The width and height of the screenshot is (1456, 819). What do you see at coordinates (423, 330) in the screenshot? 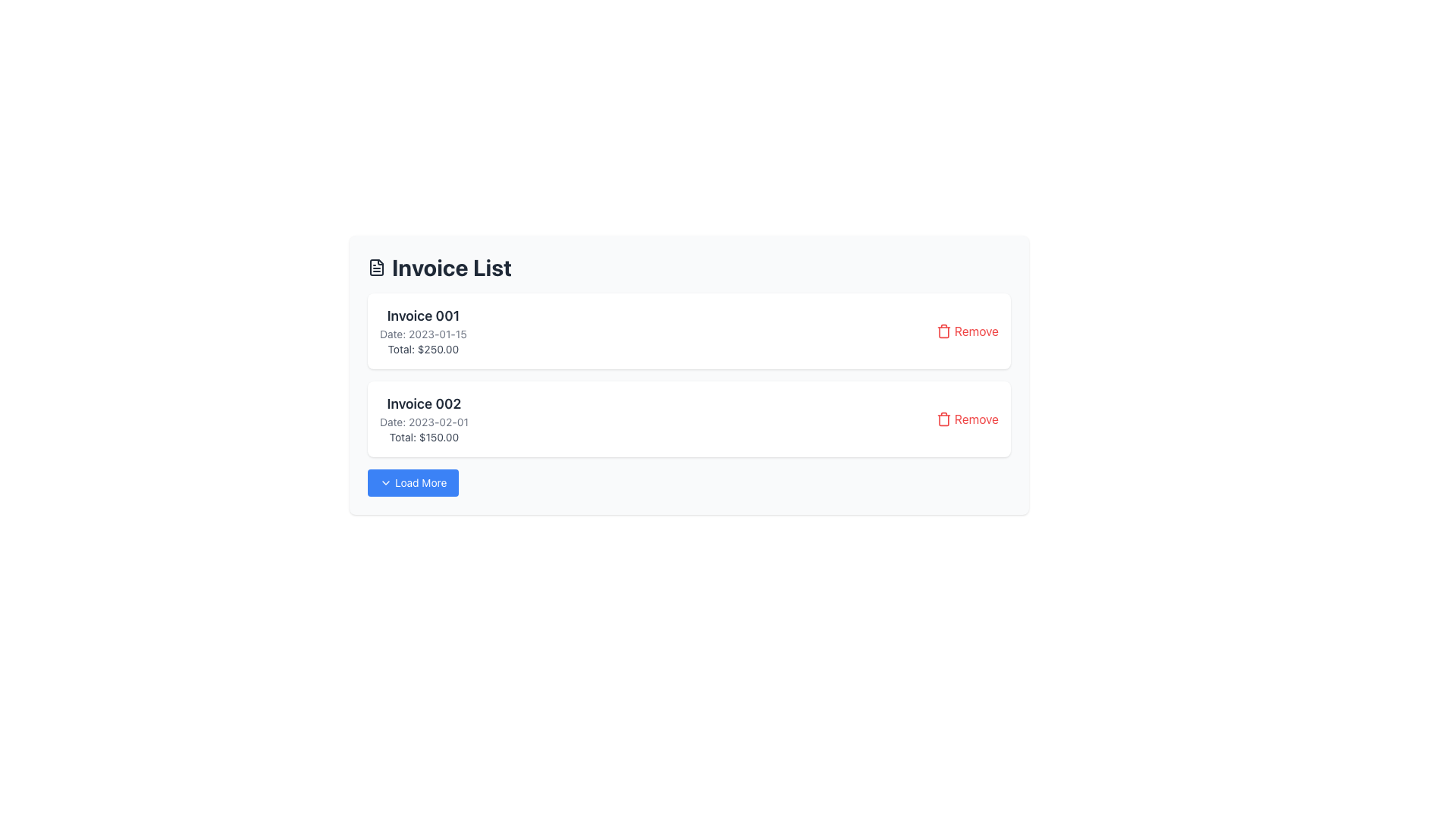
I see `the informational text label that displays the invoice identifier, date, and total amount, located in the upper left of the first invoice card` at bounding box center [423, 330].